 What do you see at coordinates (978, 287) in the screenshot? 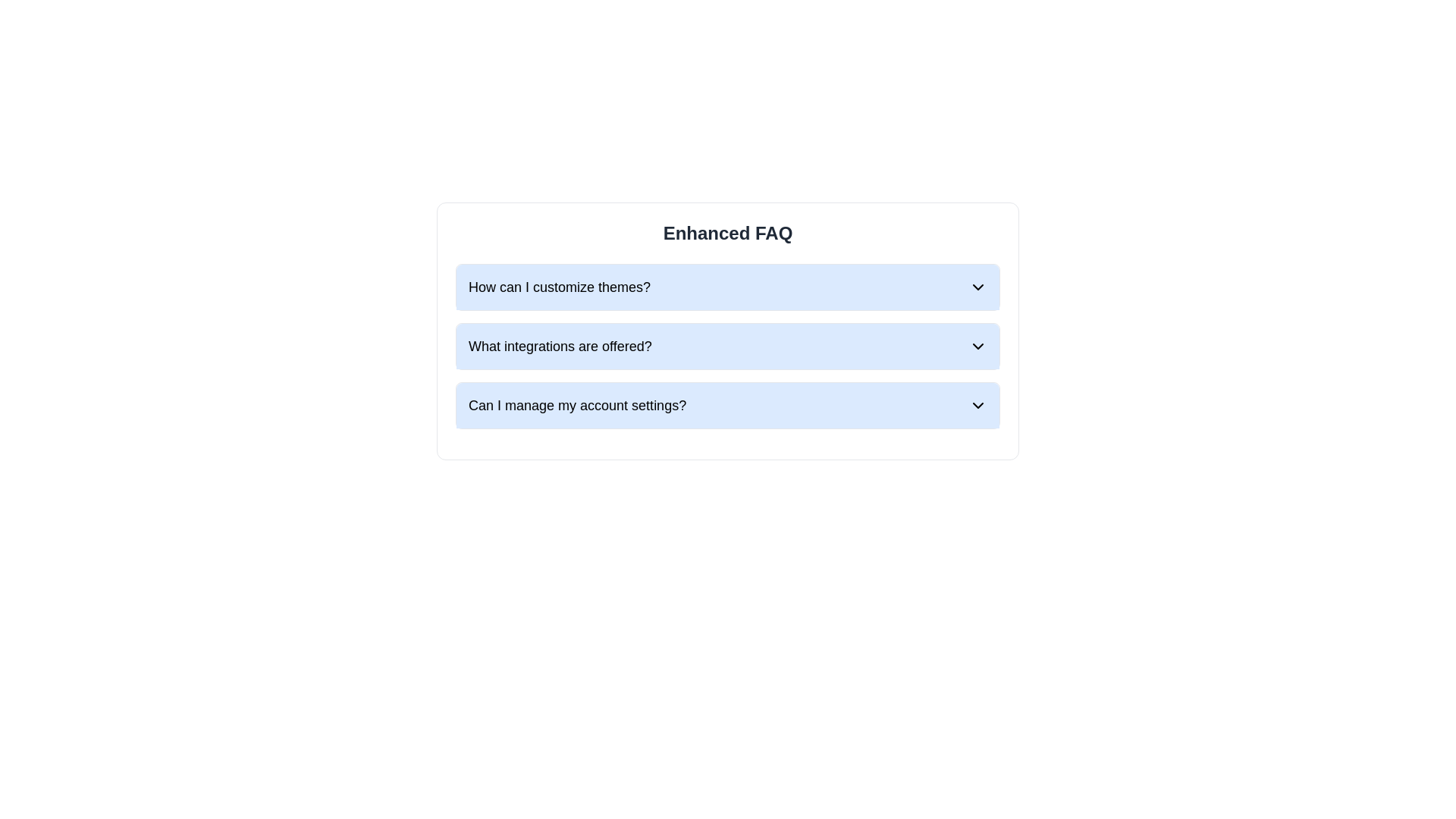
I see `the downward-pointing chevron icon indicating the expandable section toggle in the FAQ interface` at bounding box center [978, 287].